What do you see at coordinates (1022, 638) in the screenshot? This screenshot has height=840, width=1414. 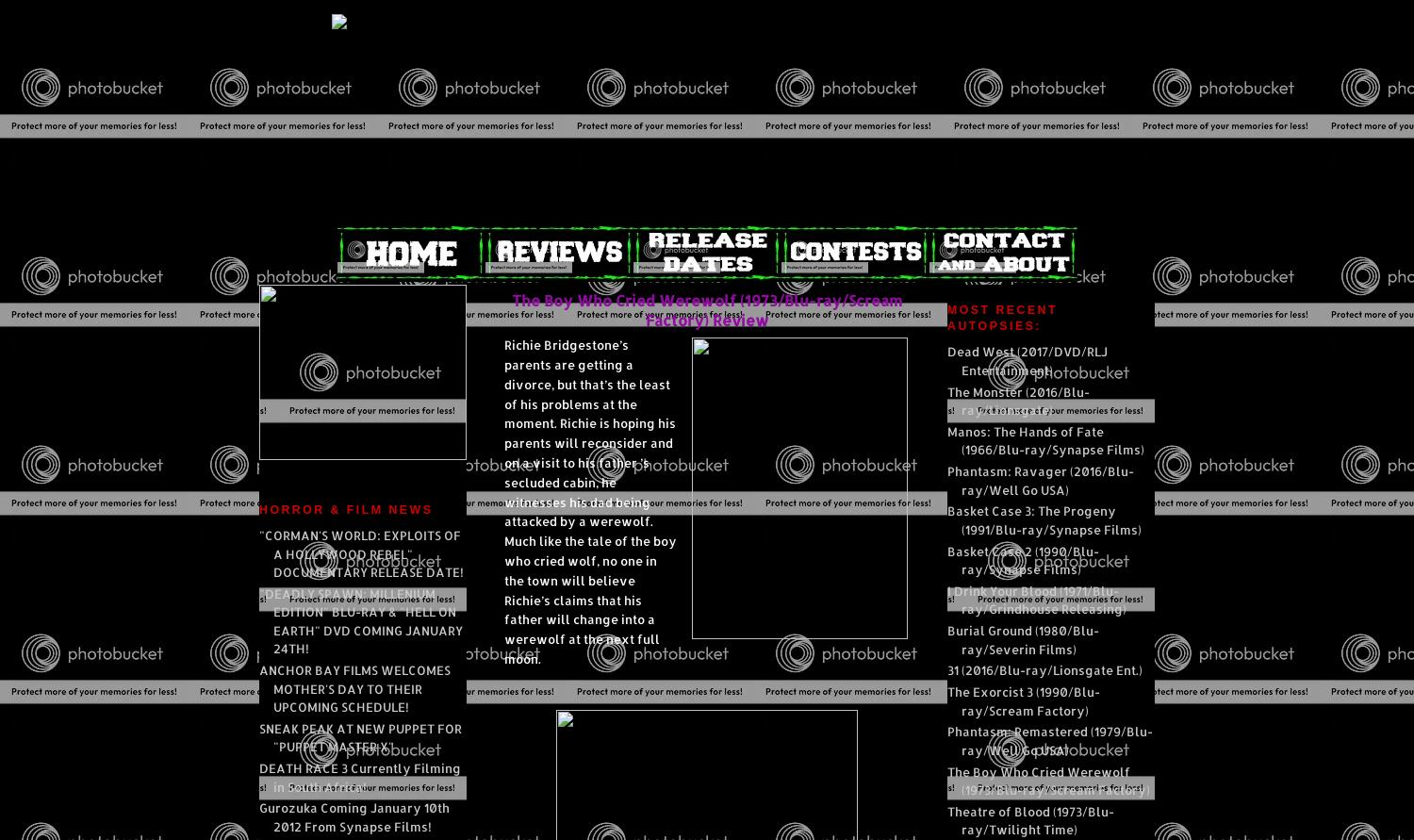 I see `'Burial Ground (1980/Blu-ray/Severin Films)'` at bounding box center [1022, 638].